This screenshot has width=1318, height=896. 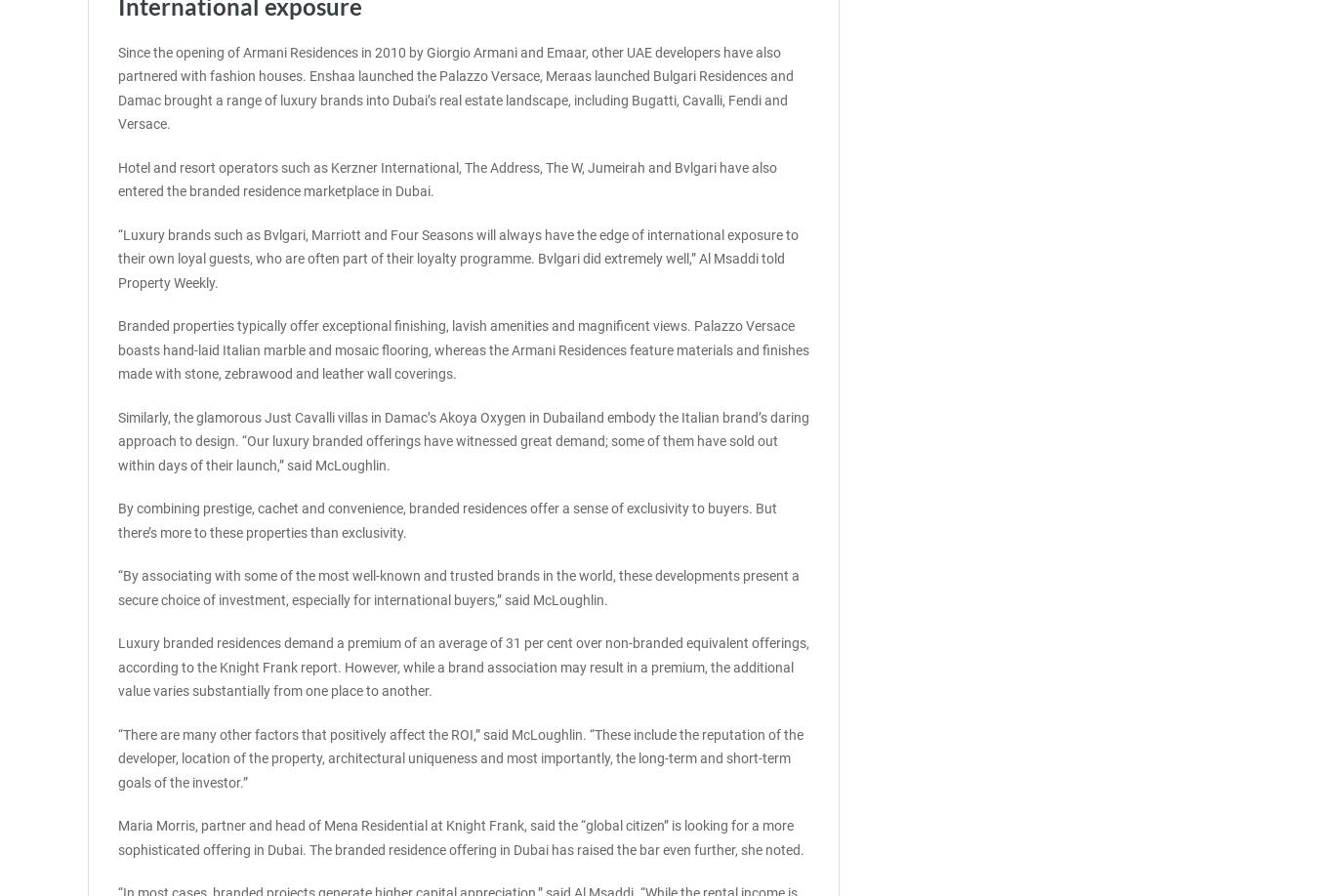 I want to click on 'Similarly, the glamorous Just Cavalli villas in Damac’s Akoya Oxygen in Dubailand embody the Italian brand’s daring approach to design. “Our luxury branded offerings have witnessed great demand; some of them have sold out within days of their launch,” said McLoughlin.', so click(x=463, y=439).